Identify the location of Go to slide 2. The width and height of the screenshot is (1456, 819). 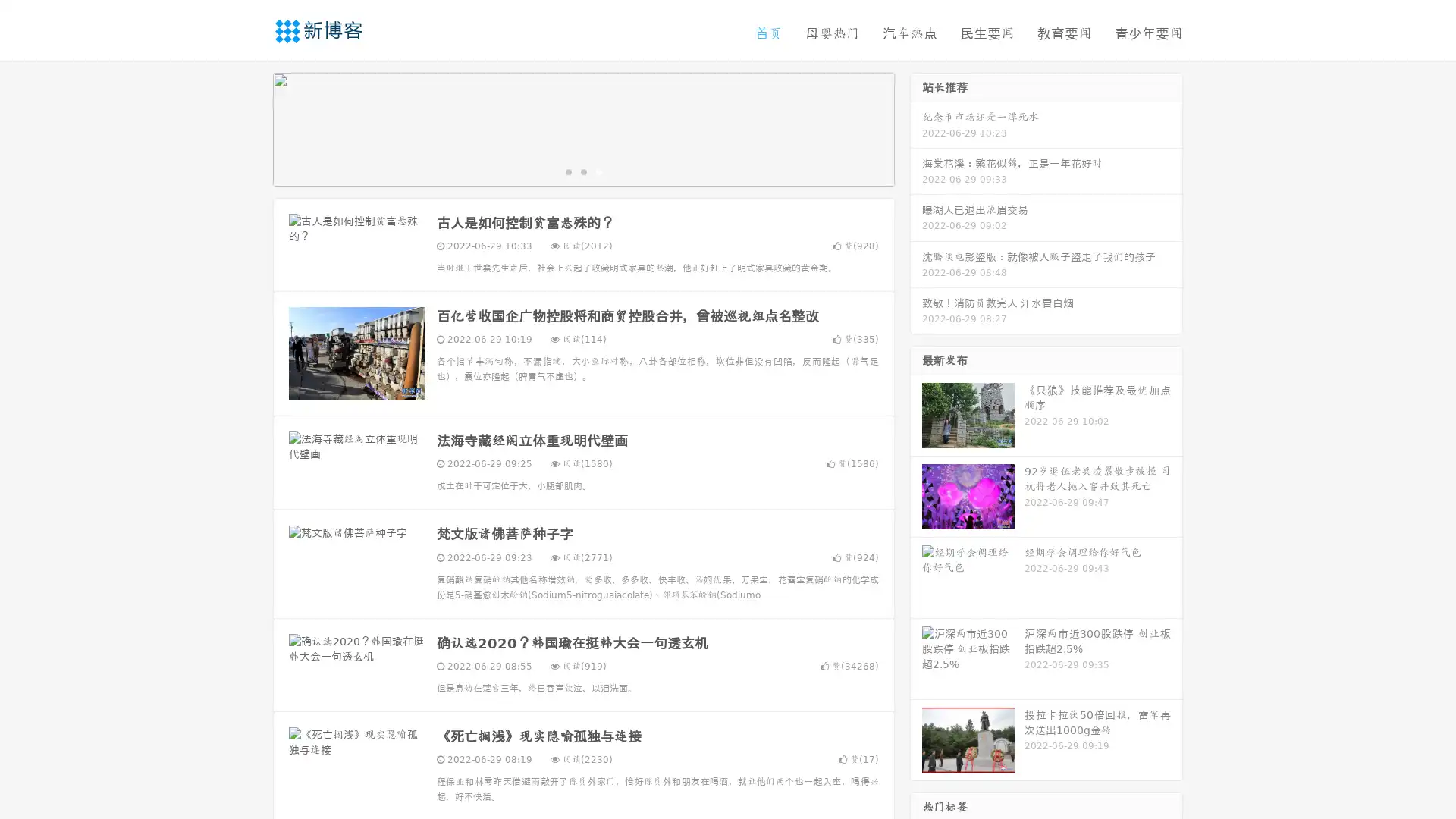
(582, 171).